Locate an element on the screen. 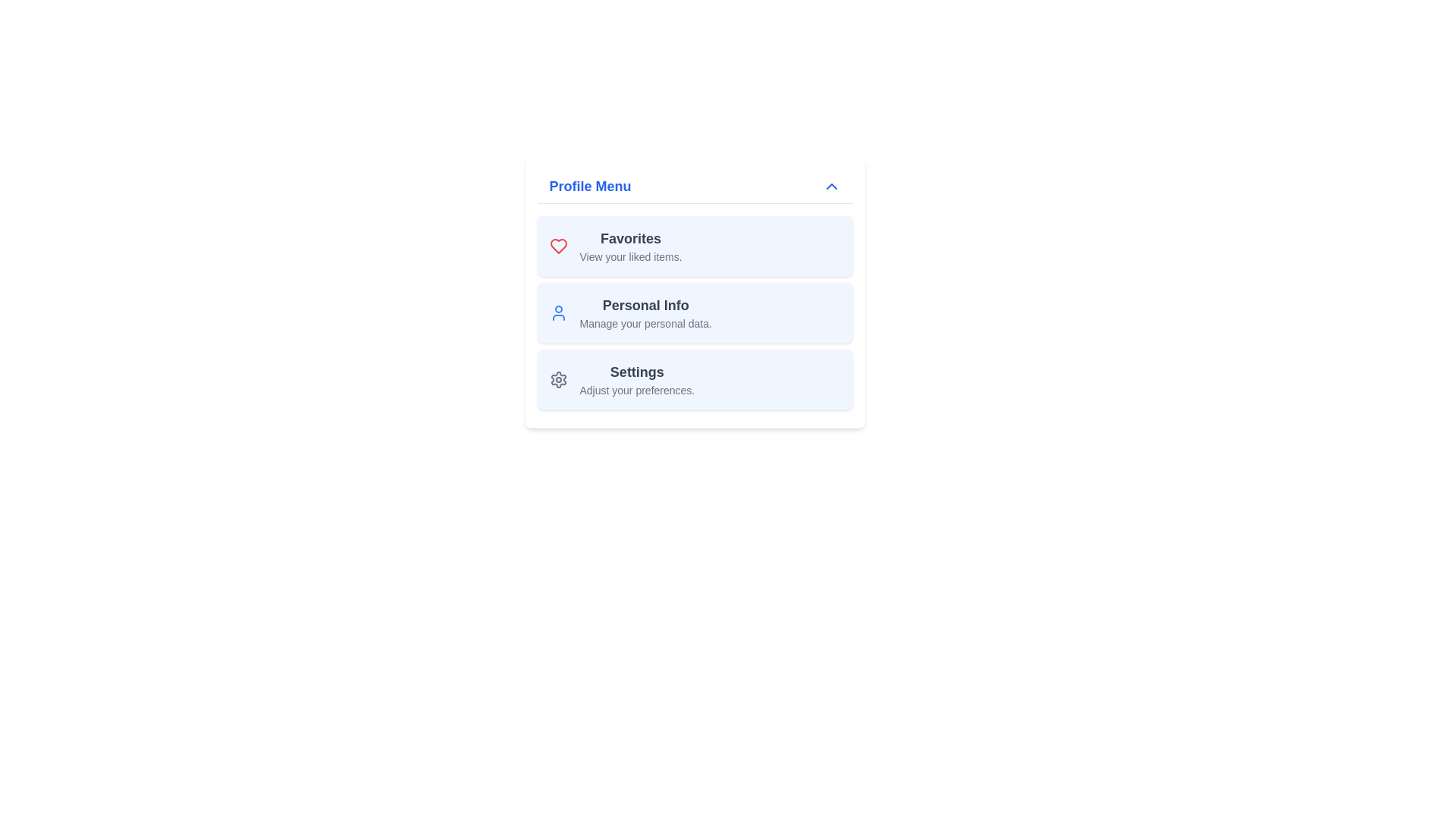 The image size is (1456, 819). the third card in the list of navigation links is located at coordinates (694, 379).